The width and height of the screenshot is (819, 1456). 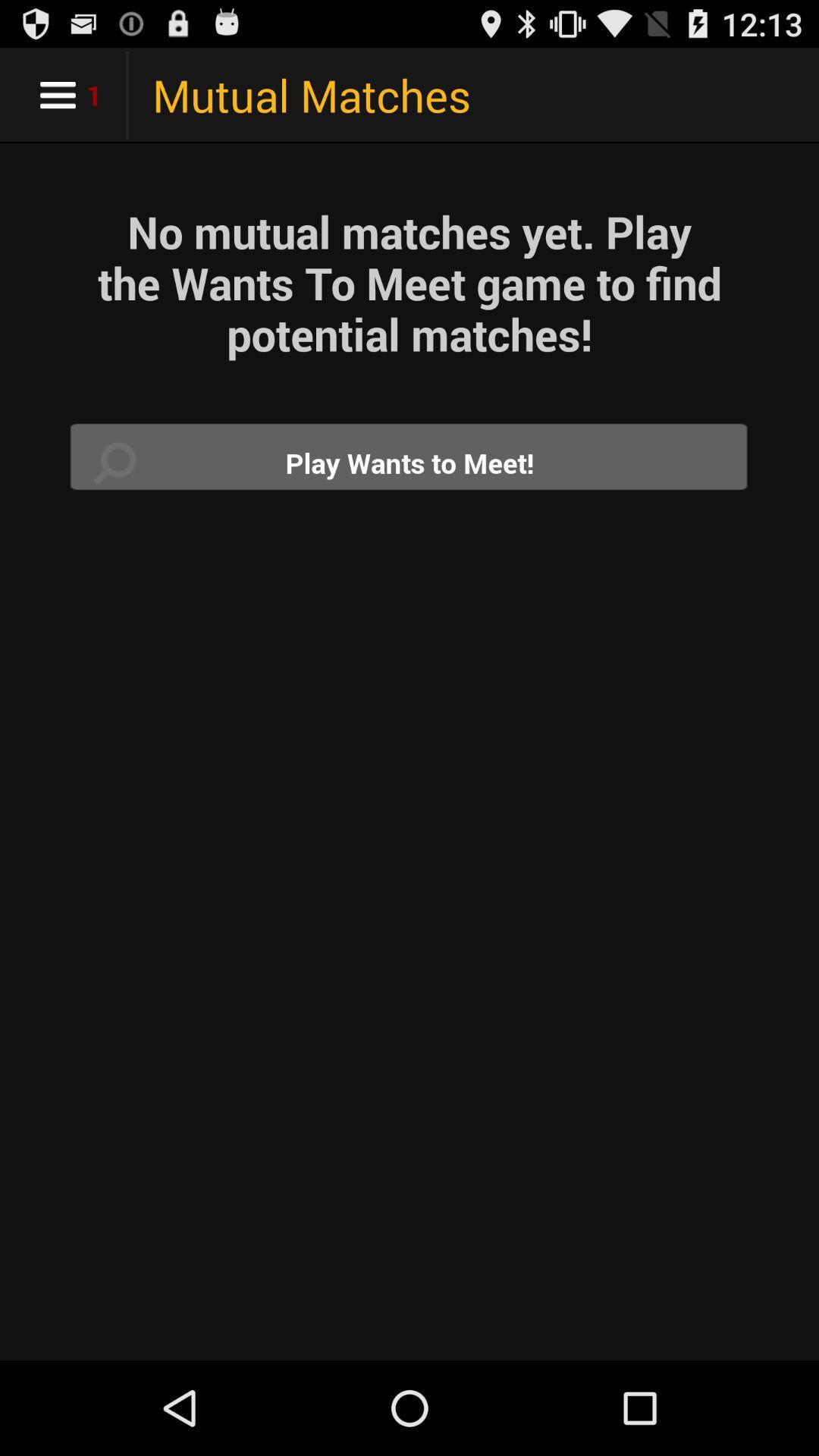 I want to click on the item below the no mutual matches, so click(x=409, y=462).